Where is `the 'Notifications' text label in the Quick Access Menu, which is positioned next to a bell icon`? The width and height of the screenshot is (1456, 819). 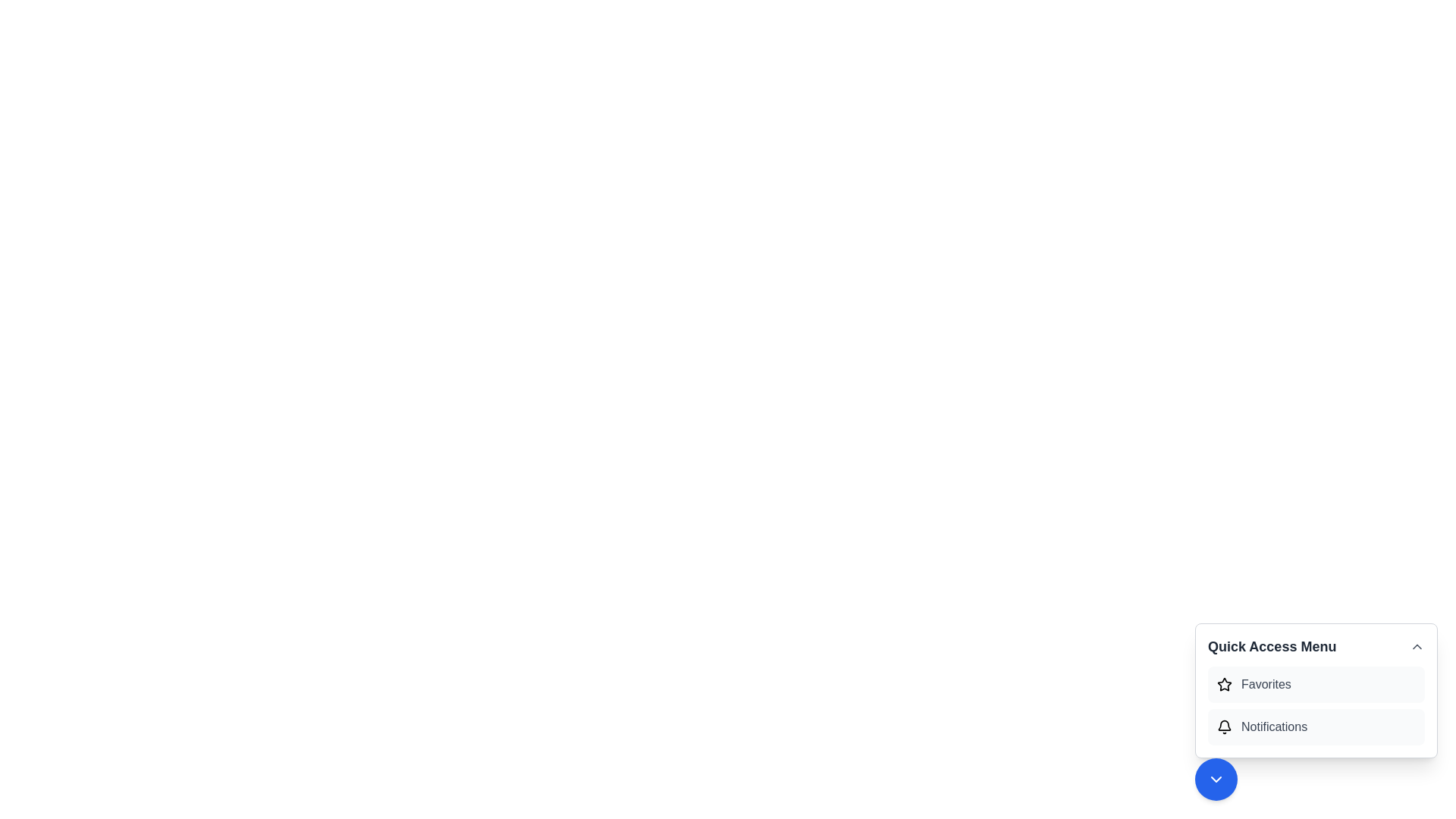
the 'Notifications' text label in the Quick Access Menu, which is positioned next to a bell icon is located at coordinates (1274, 726).